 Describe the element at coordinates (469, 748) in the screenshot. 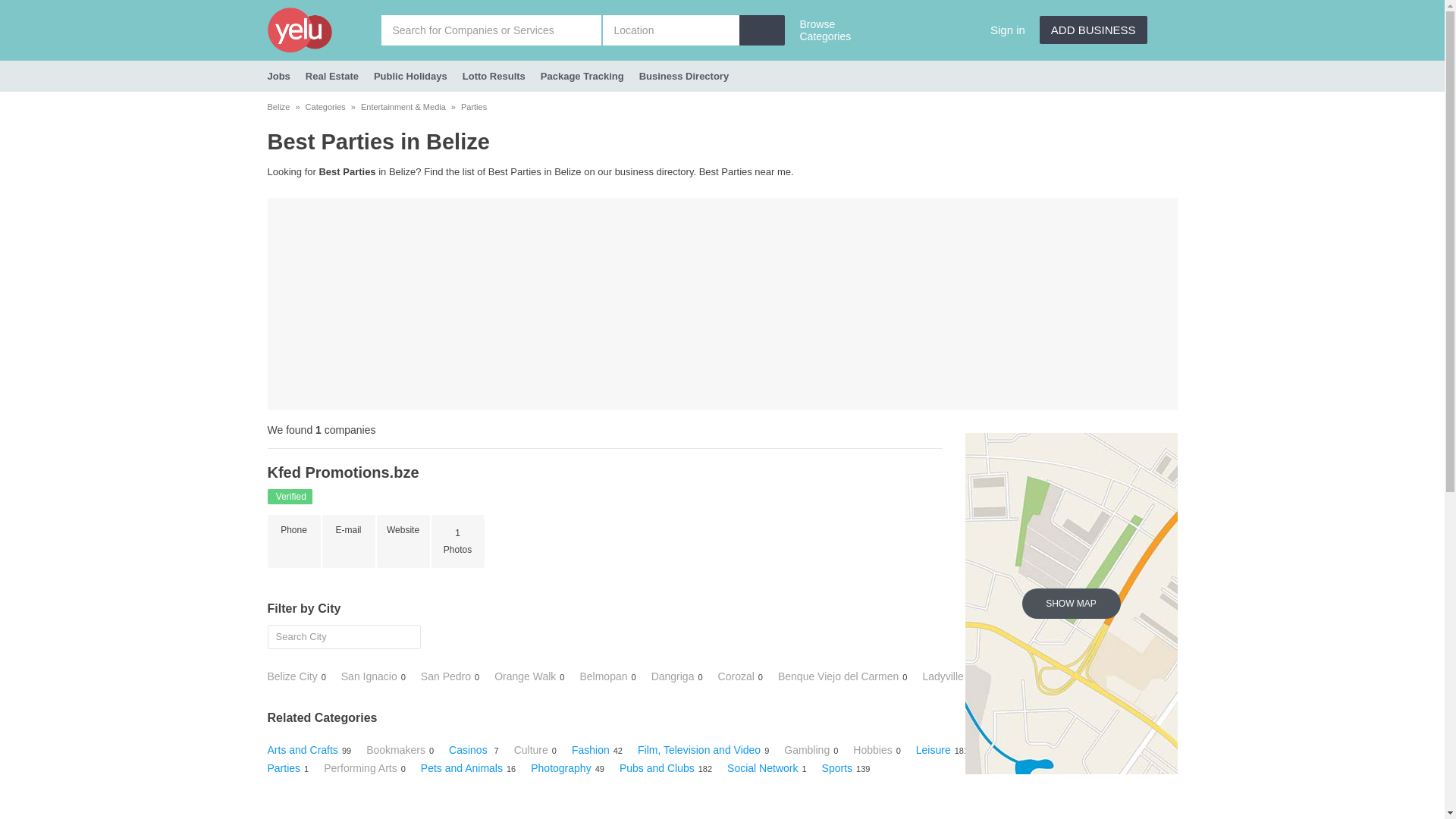

I see `'Casinos'` at that location.